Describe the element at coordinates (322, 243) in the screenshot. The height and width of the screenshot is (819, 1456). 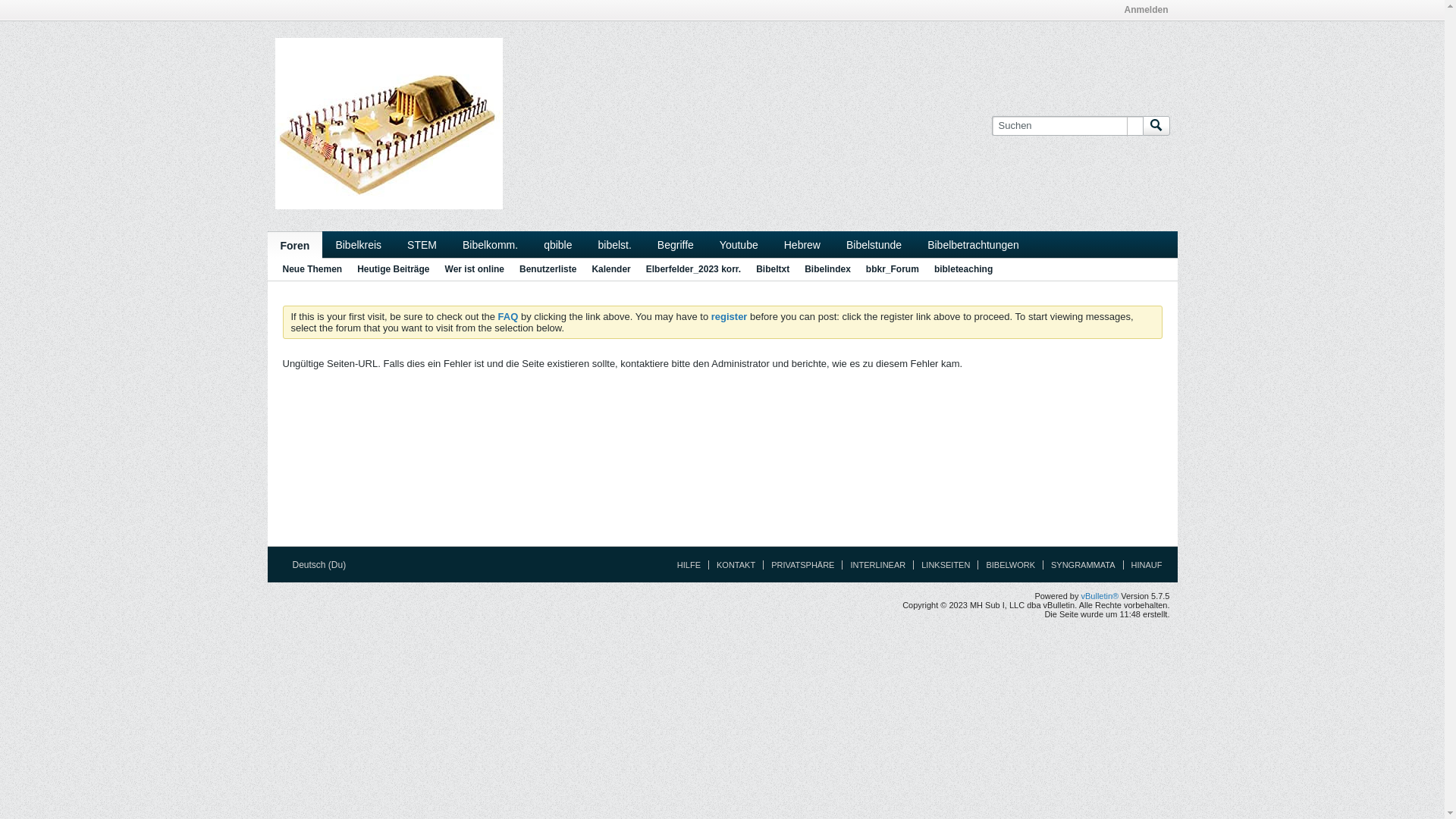
I see `'Bibelkreis'` at that location.